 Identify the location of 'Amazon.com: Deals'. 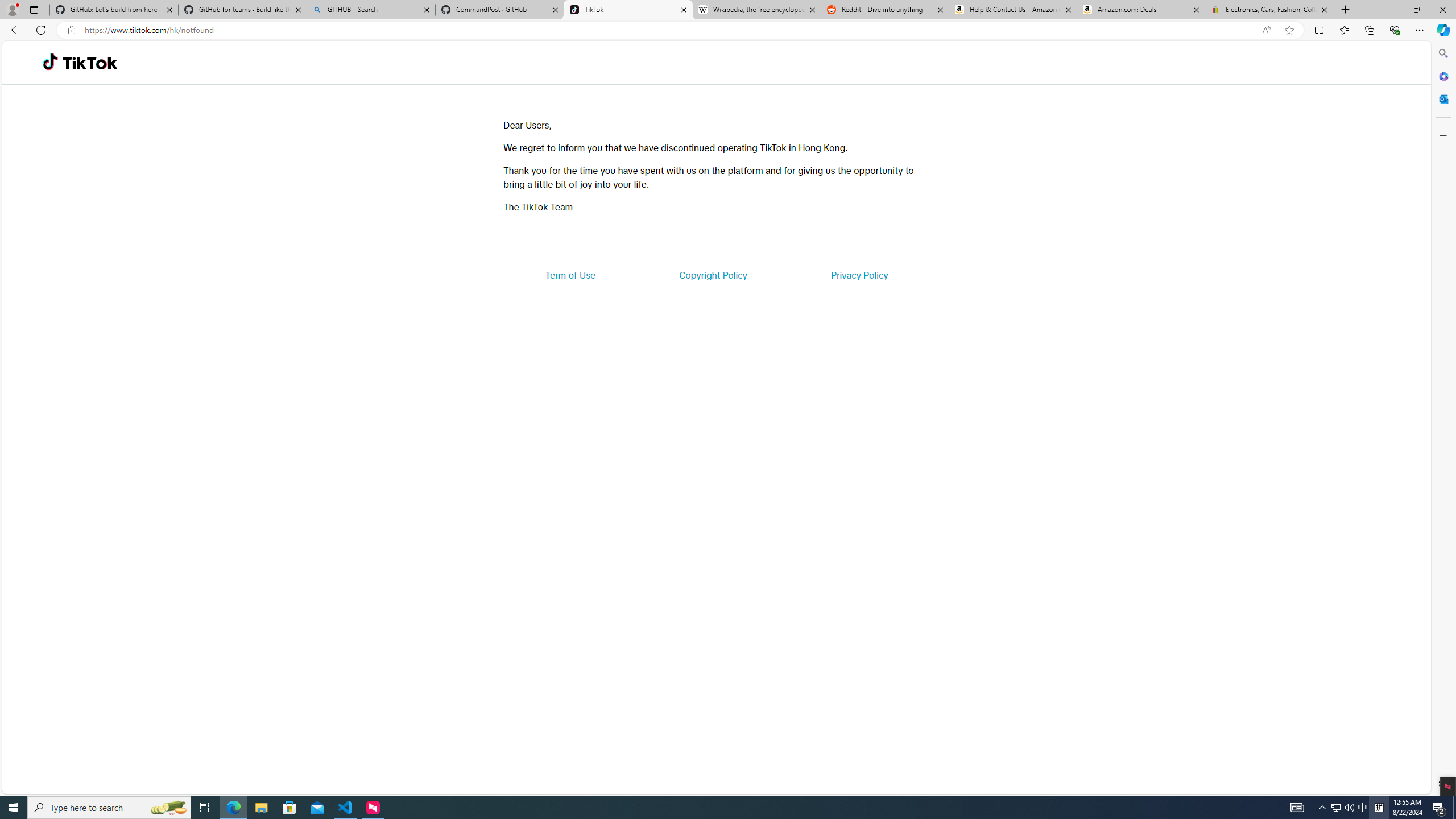
(1140, 9).